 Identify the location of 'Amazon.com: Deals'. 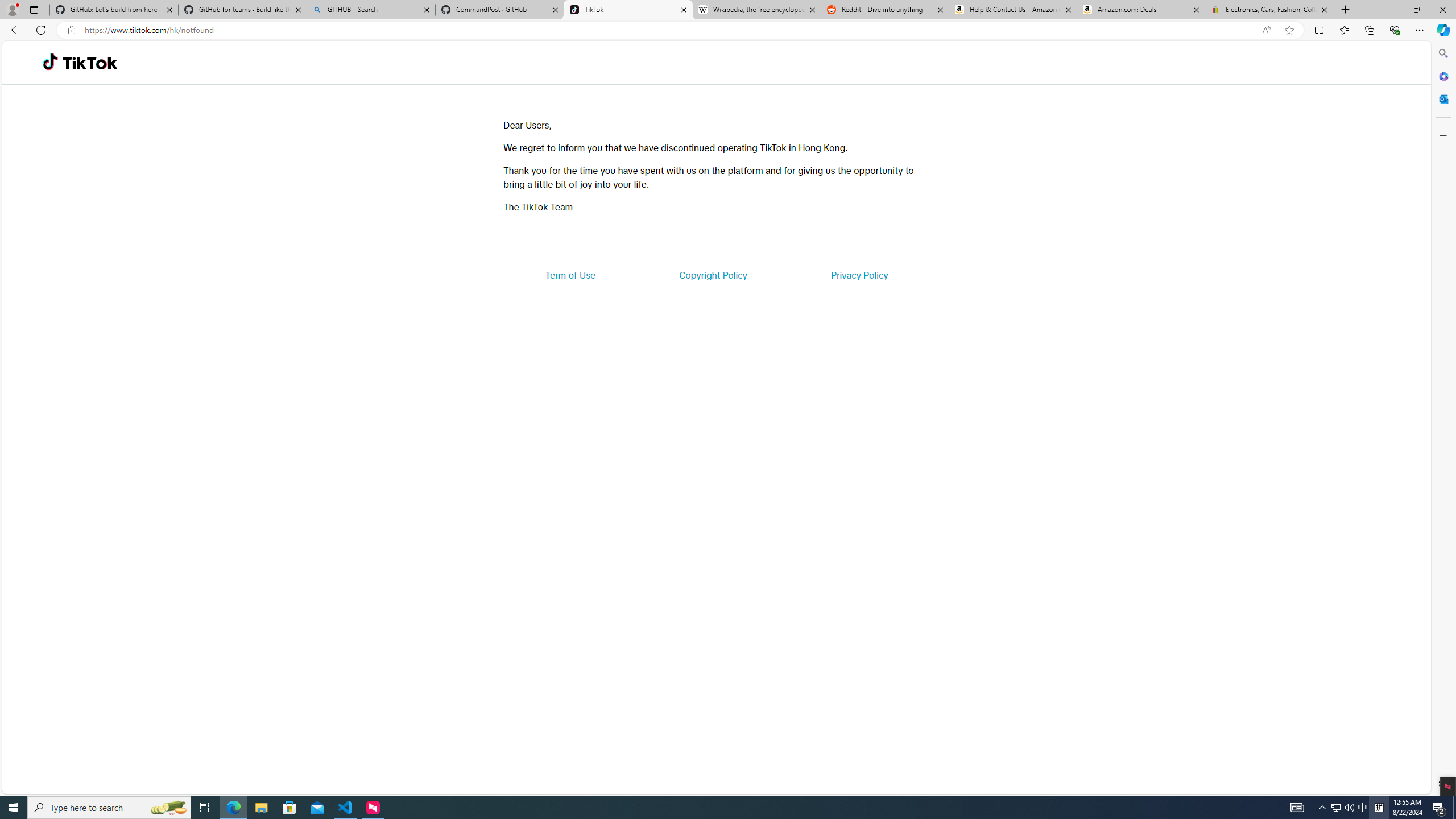
(1140, 9).